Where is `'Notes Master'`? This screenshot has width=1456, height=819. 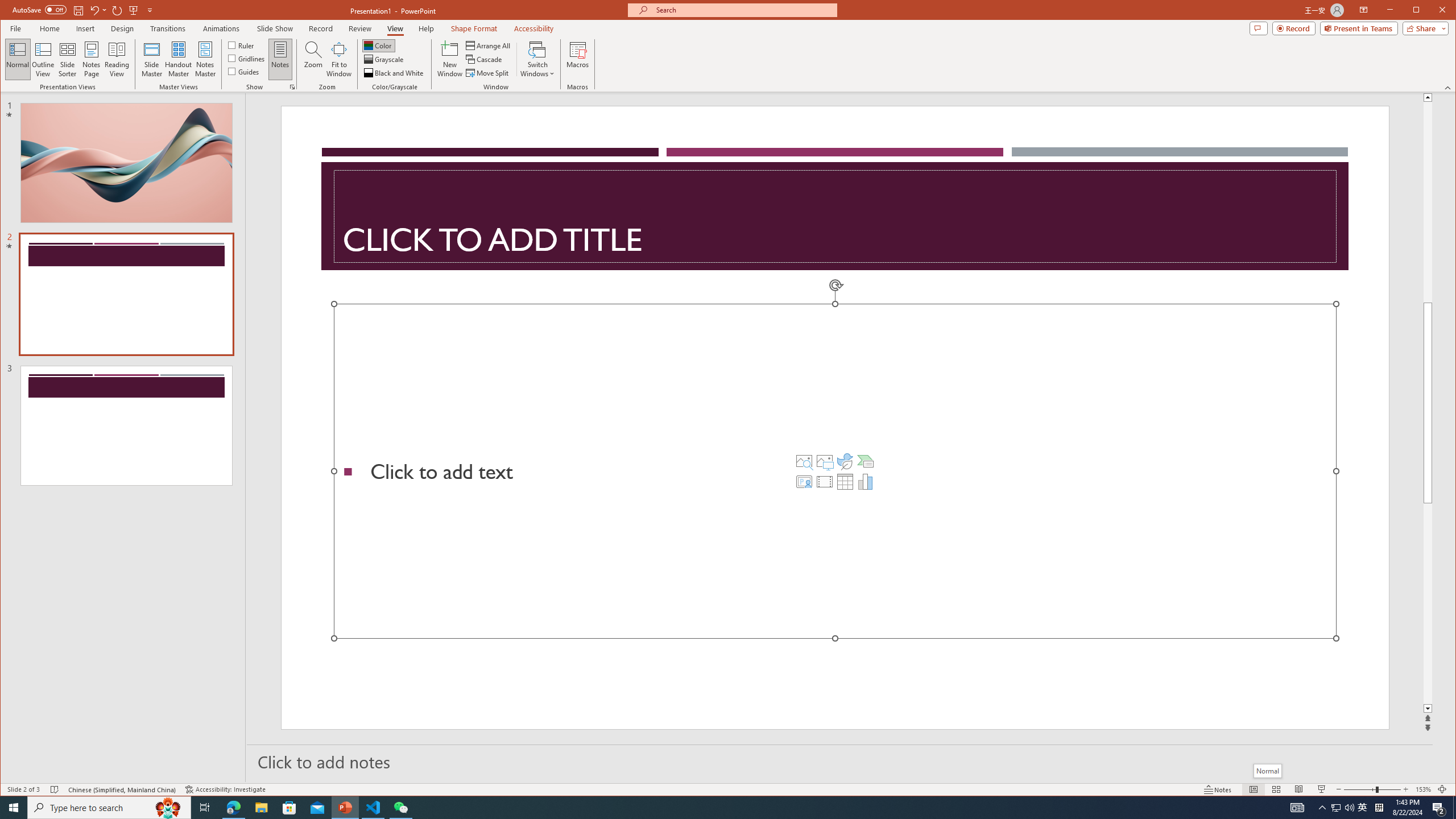 'Notes Master' is located at coordinates (204, 59).